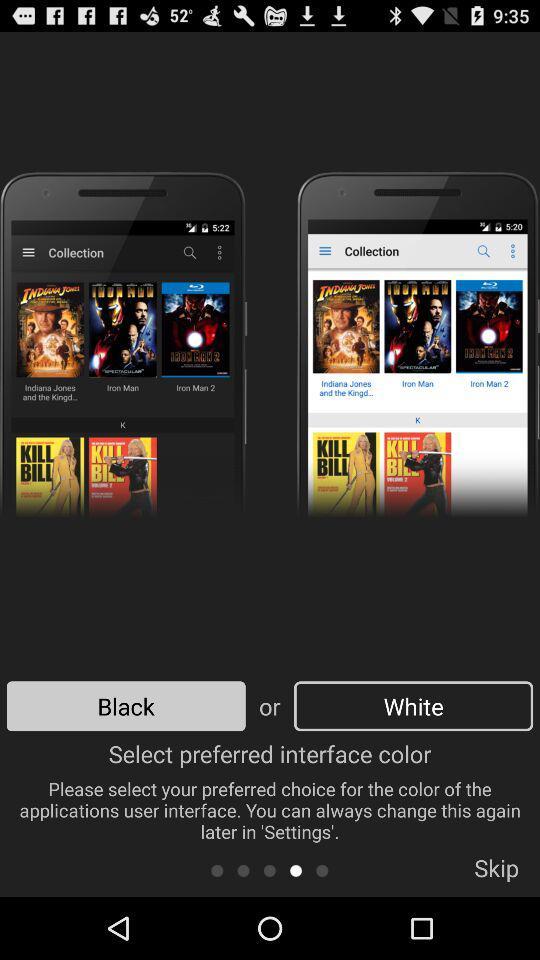 The width and height of the screenshot is (540, 960). I want to click on go back, so click(243, 869).